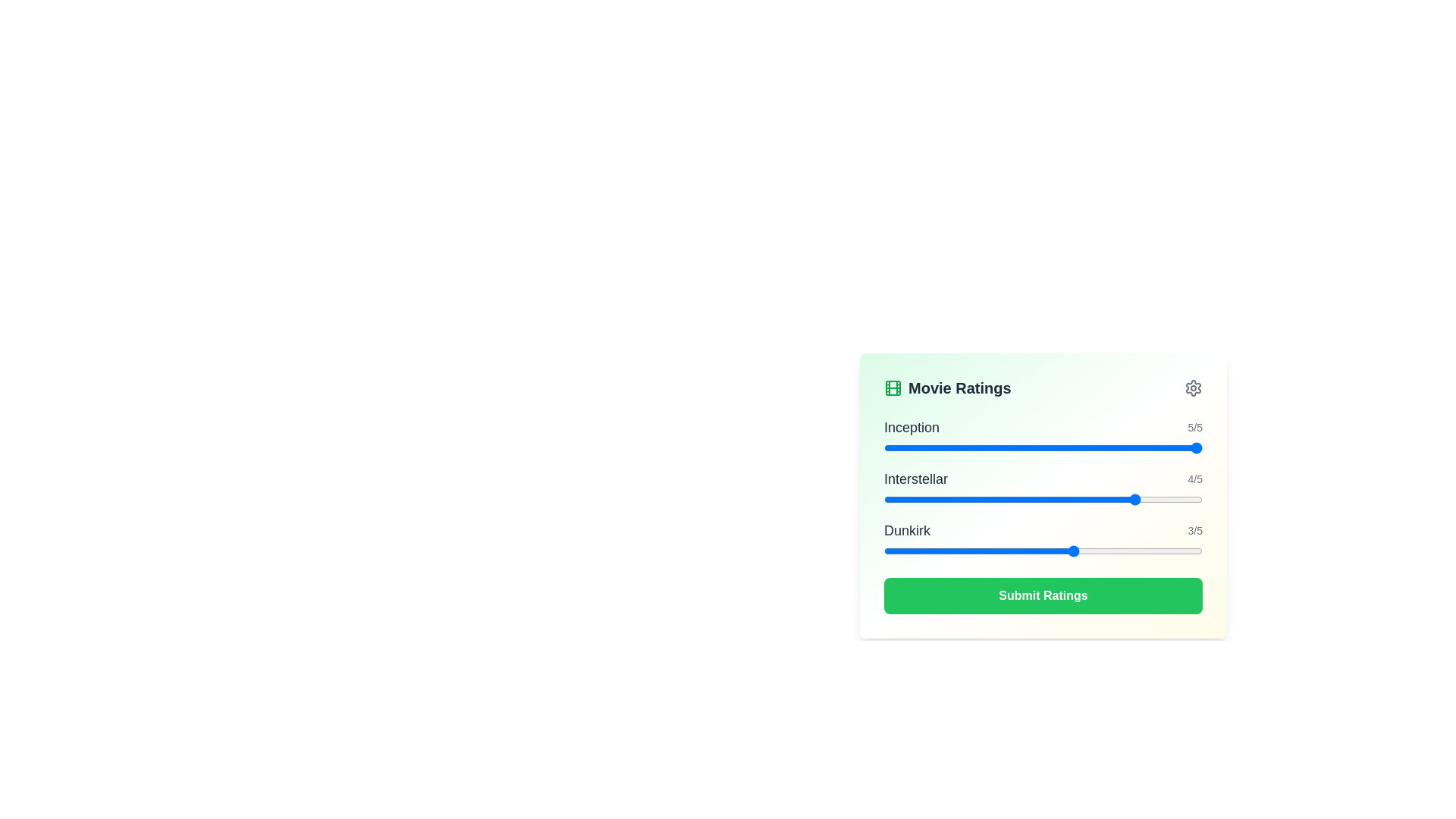  I want to click on the rating for 'Inception', so click(884, 447).